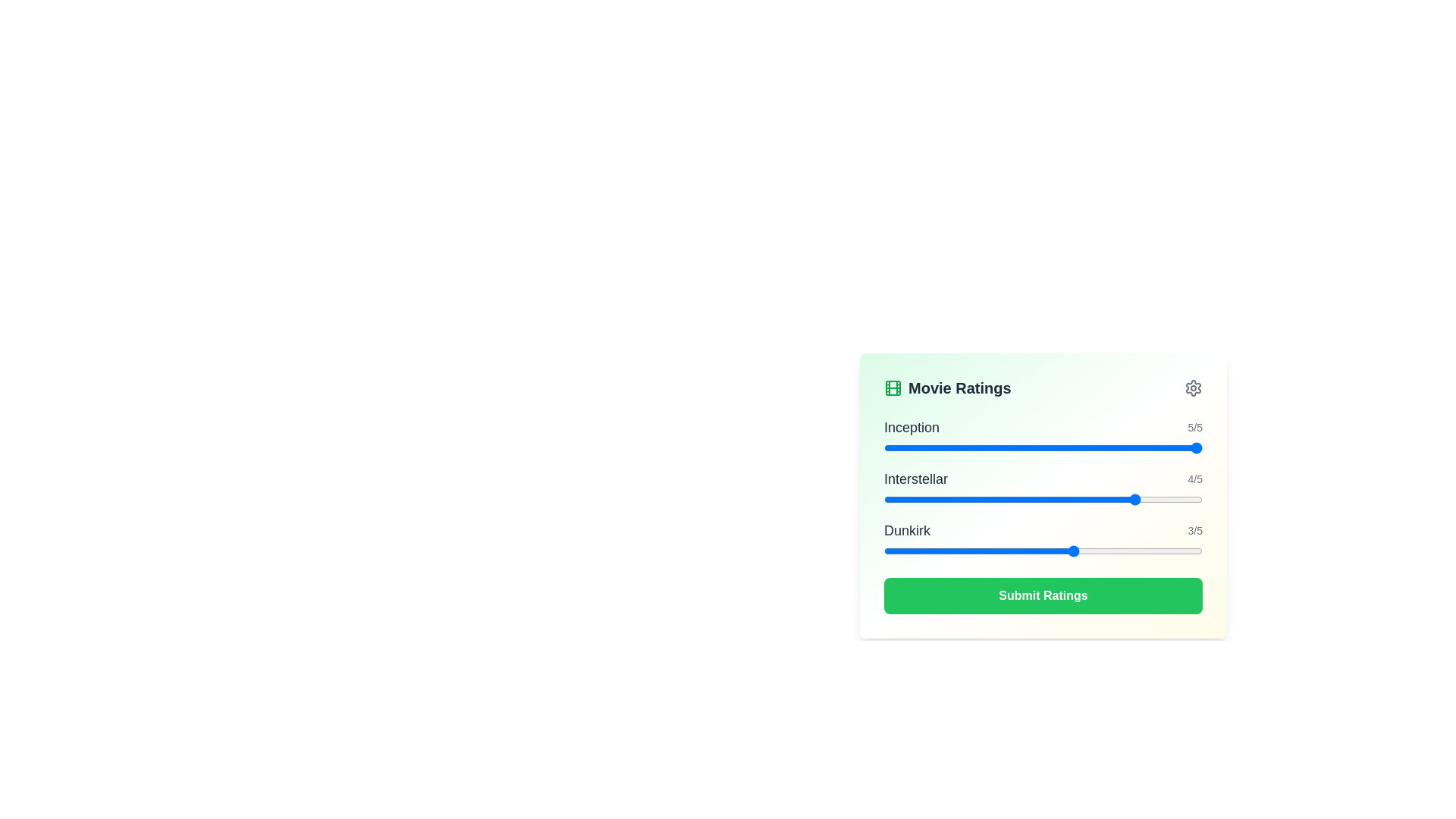  I want to click on the rating for 'Inception', so click(884, 447).